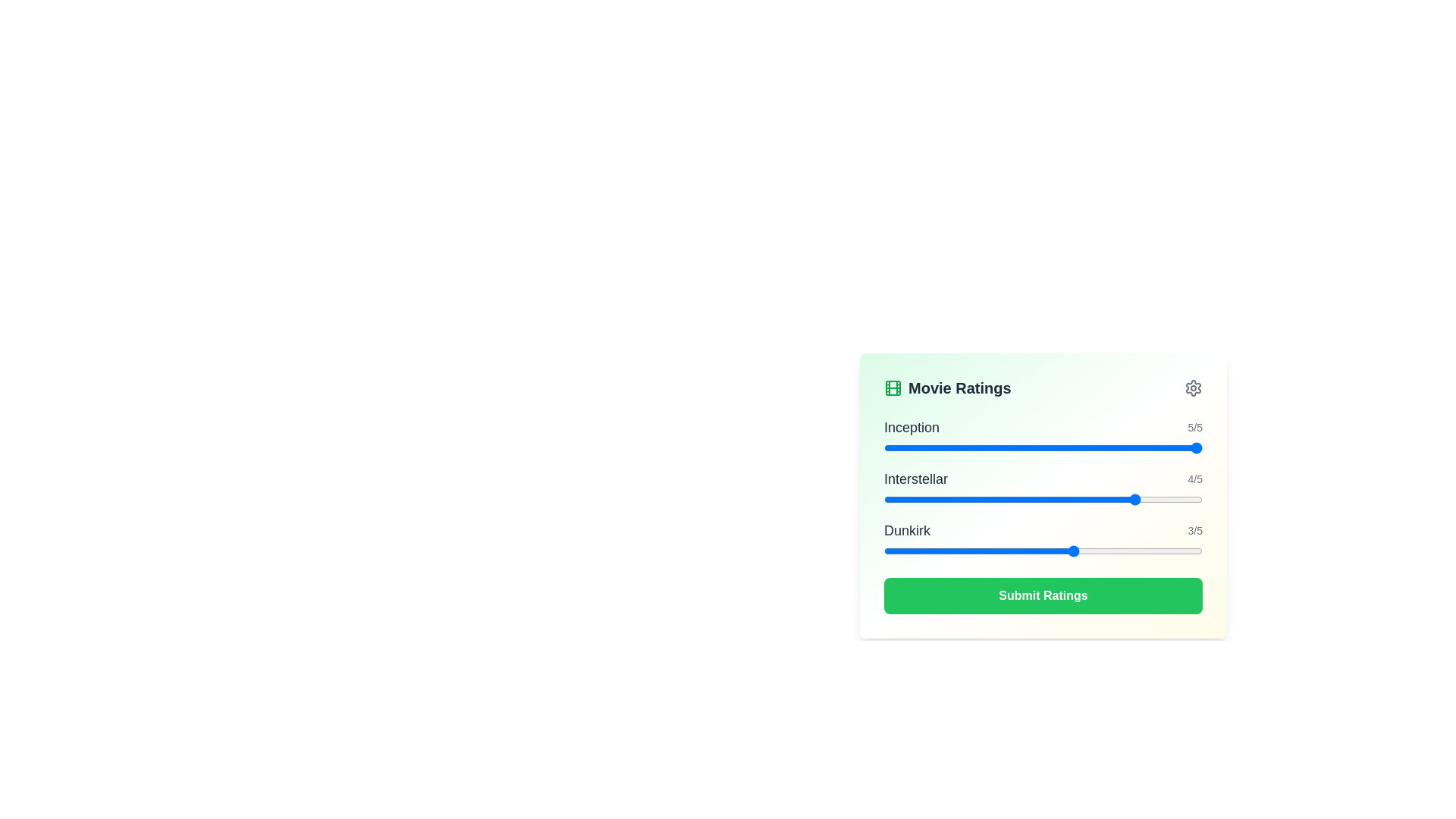  I want to click on the rating for 'Inception', so click(884, 447).